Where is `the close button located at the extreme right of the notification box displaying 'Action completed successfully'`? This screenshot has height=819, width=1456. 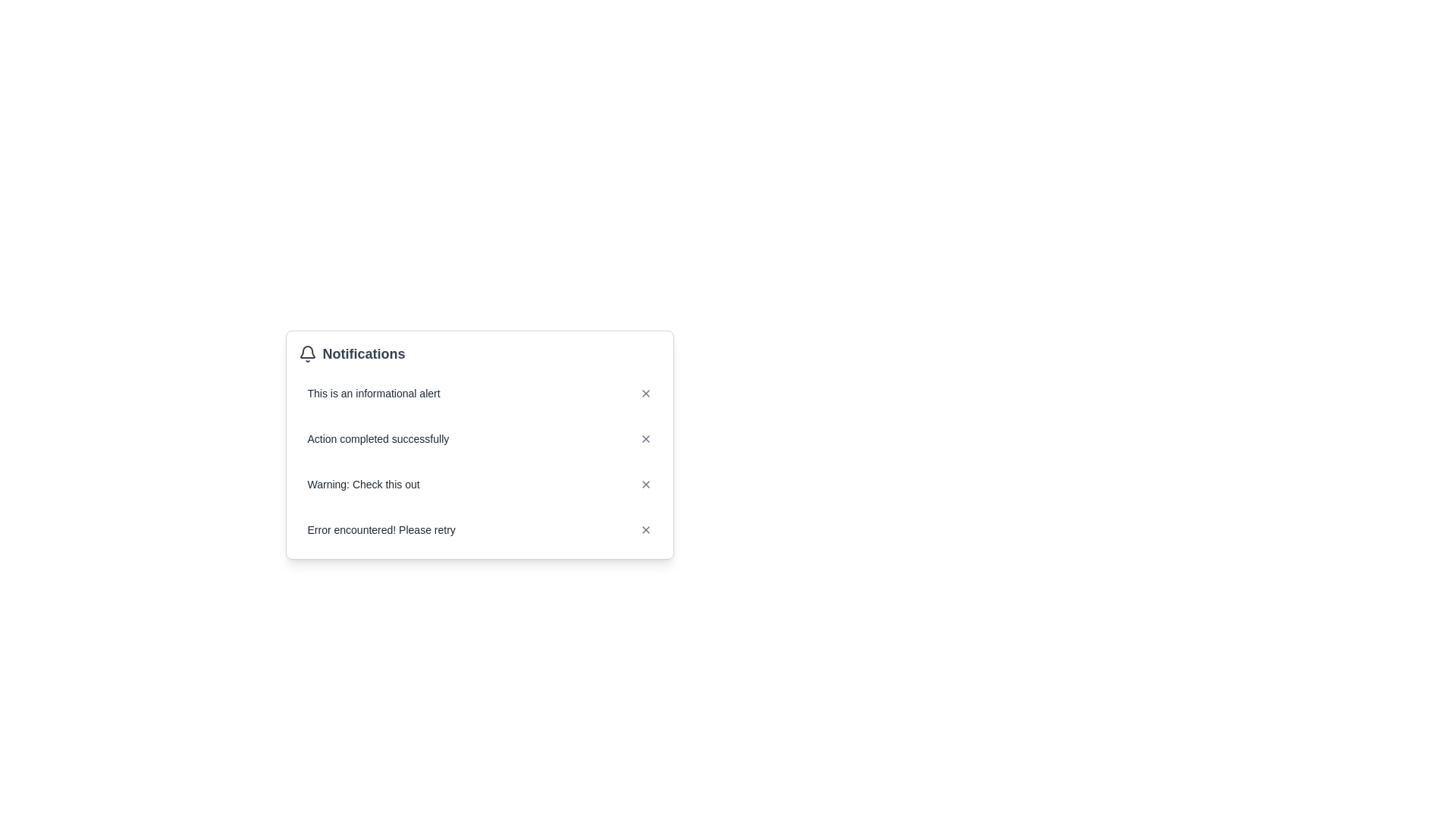
the close button located at the extreme right of the notification box displaying 'Action completed successfully' is located at coordinates (645, 438).